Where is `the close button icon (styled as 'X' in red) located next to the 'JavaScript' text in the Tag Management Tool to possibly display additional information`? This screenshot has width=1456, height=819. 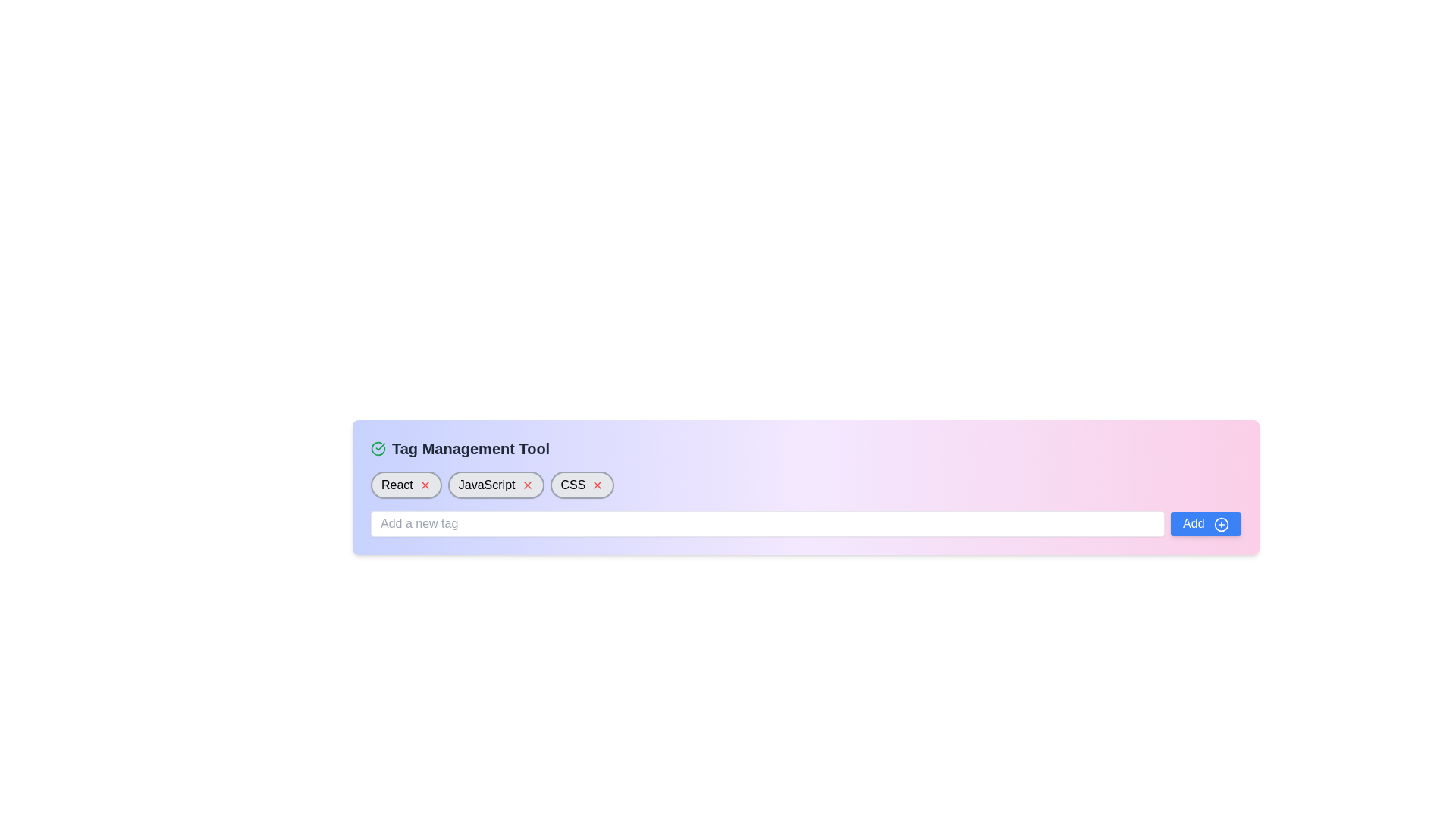
the close button icon (styled as 'X' in red) located next to the 'JavaScript' text in the Tag Management Tool to possibly display additional information is located at coordinates (527, 485).